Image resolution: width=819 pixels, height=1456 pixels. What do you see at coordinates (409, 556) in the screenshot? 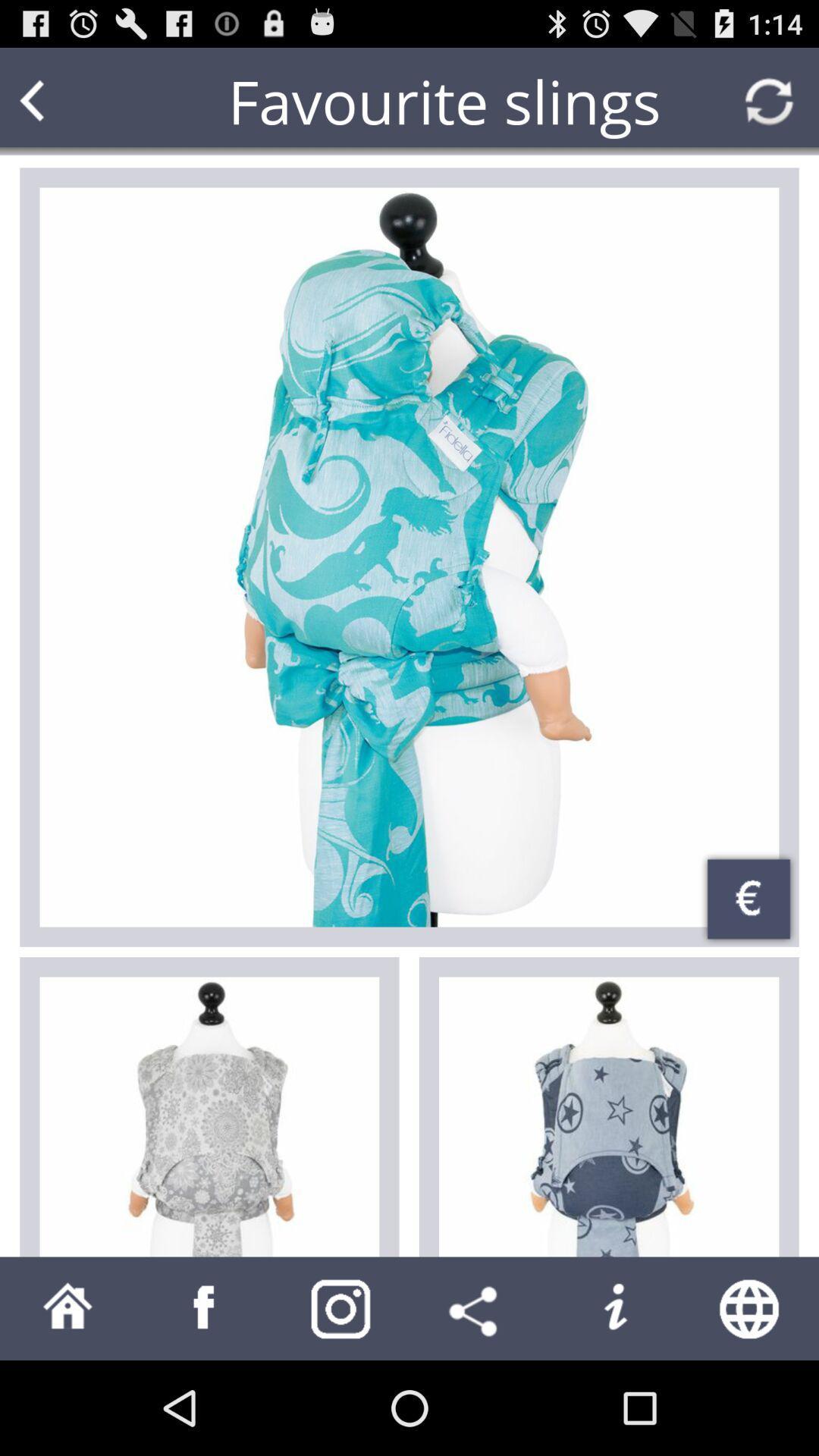
I see `expend image` at bounding box center [409, 556].